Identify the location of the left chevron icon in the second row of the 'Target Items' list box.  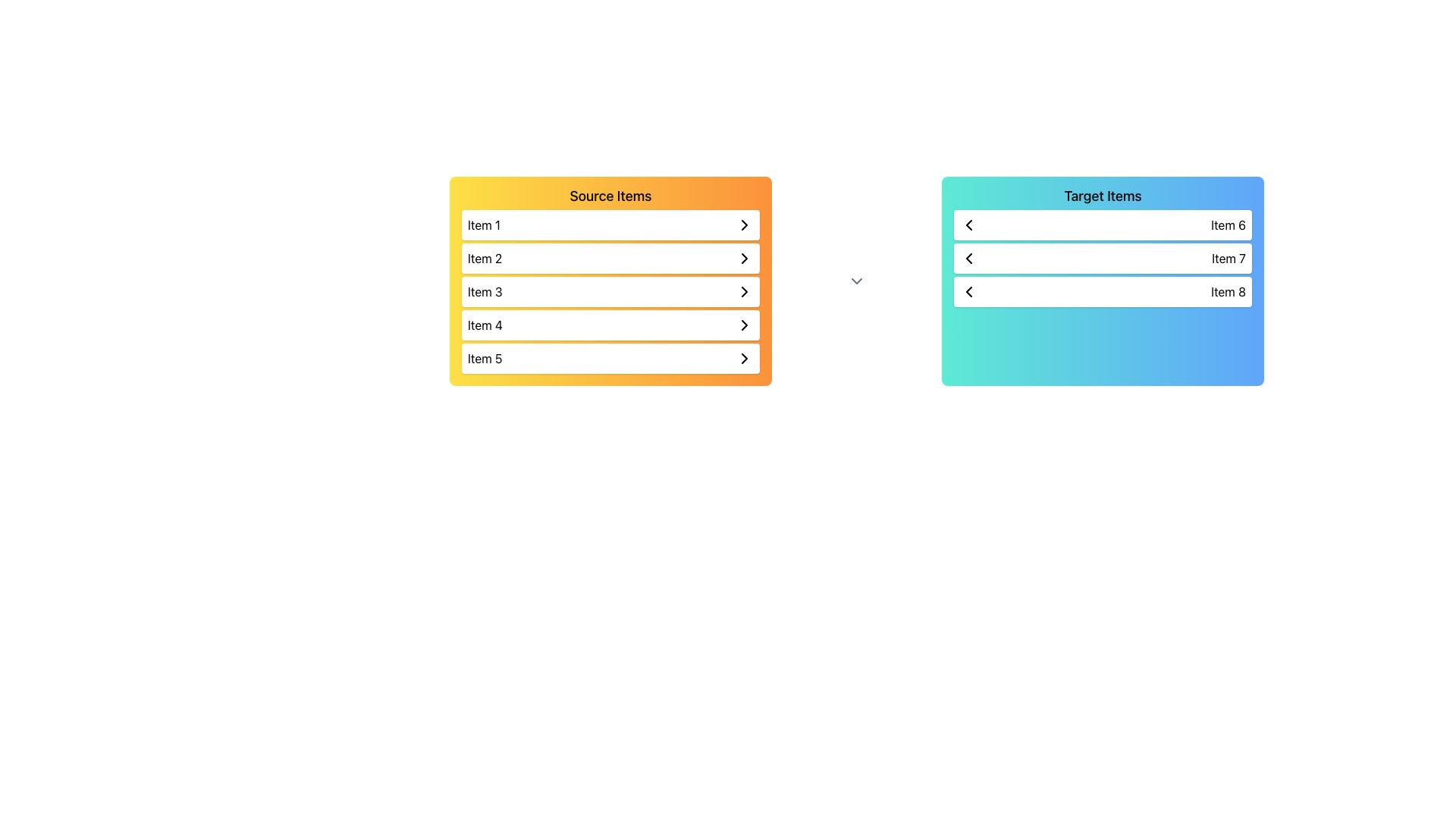
(968, 257).